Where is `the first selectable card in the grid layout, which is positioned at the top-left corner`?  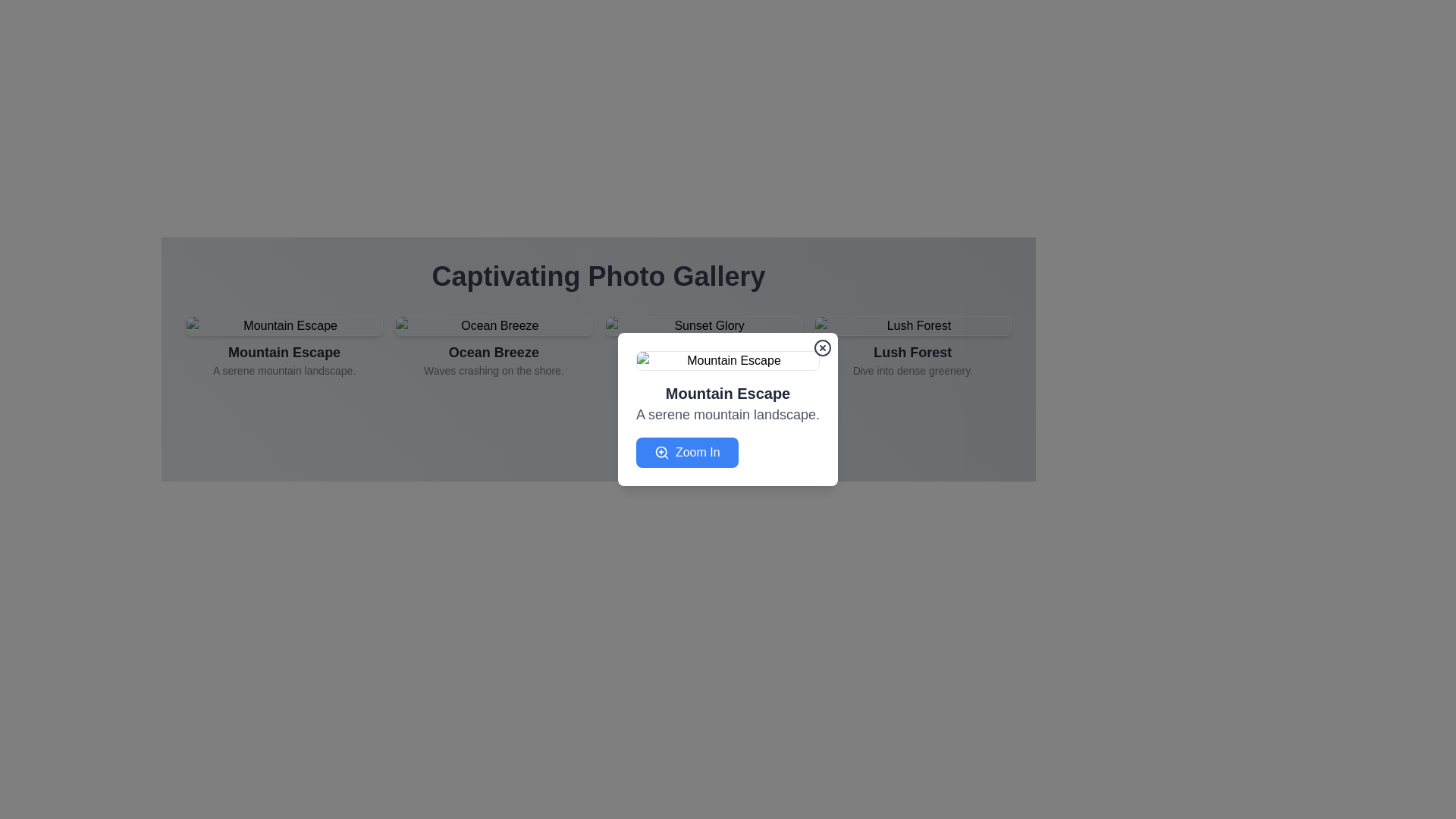
the first selectable card in the grid layout, which is positioned at the top-left corner is located at coordinates (284, 350).